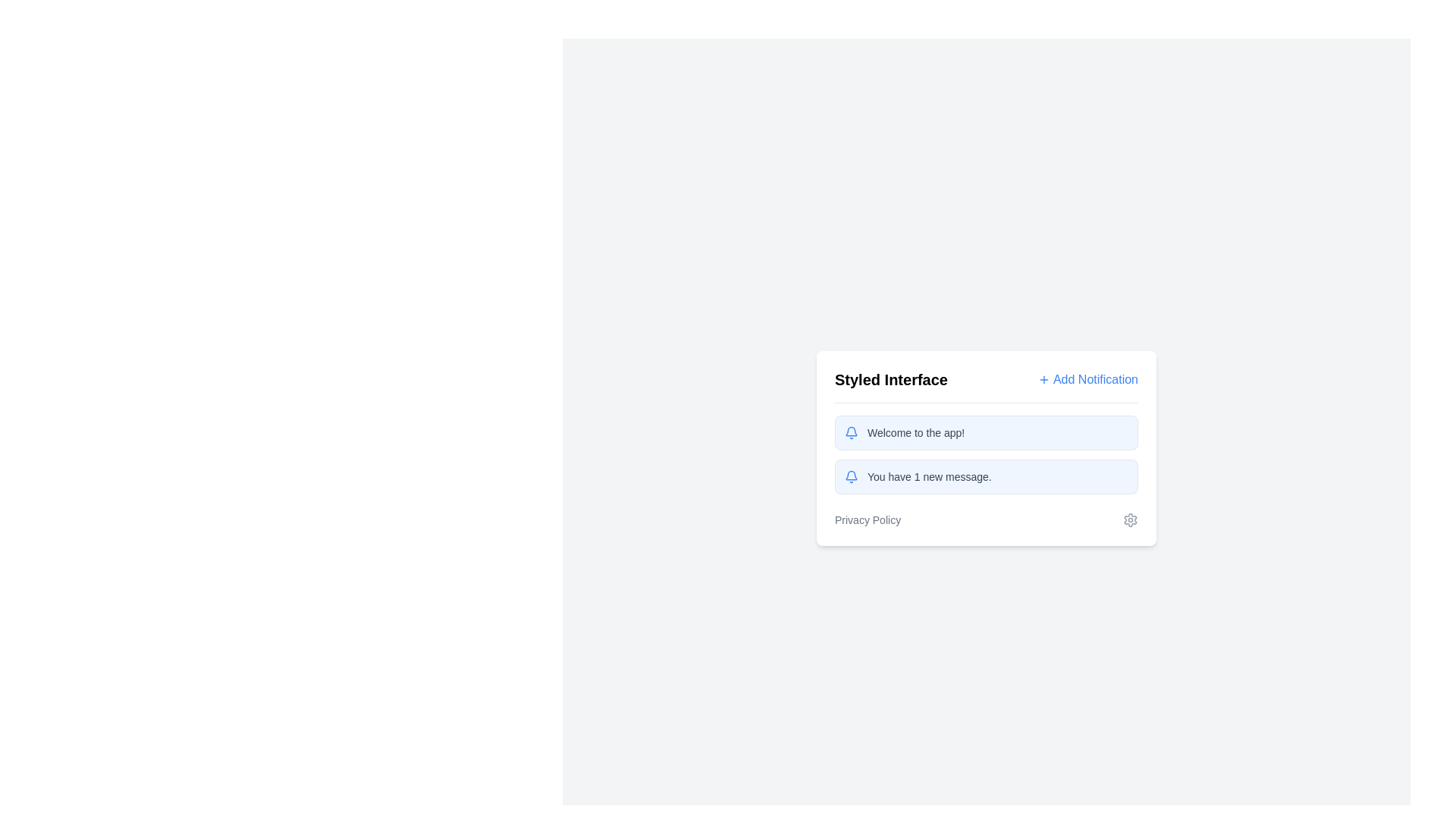 The image size is (1456, 819). What do you see at coordinates (1131, 519) in the screenshot?
I see `the configuration/settings icon located at the bottom-right of the card layout` at bounding box center [1131, 519].